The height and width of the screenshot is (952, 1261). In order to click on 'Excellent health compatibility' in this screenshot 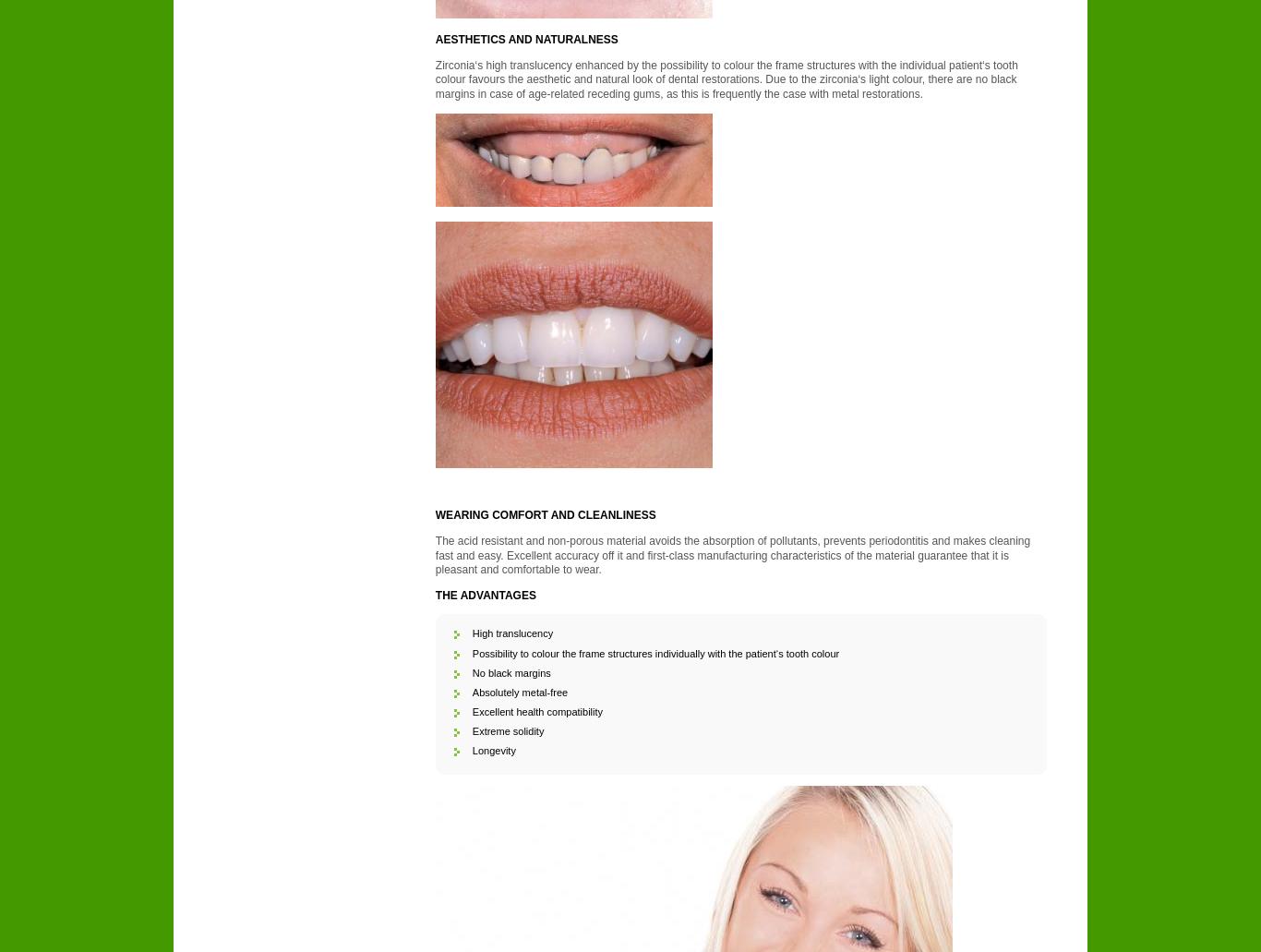, I will do `click(536, 710)`.